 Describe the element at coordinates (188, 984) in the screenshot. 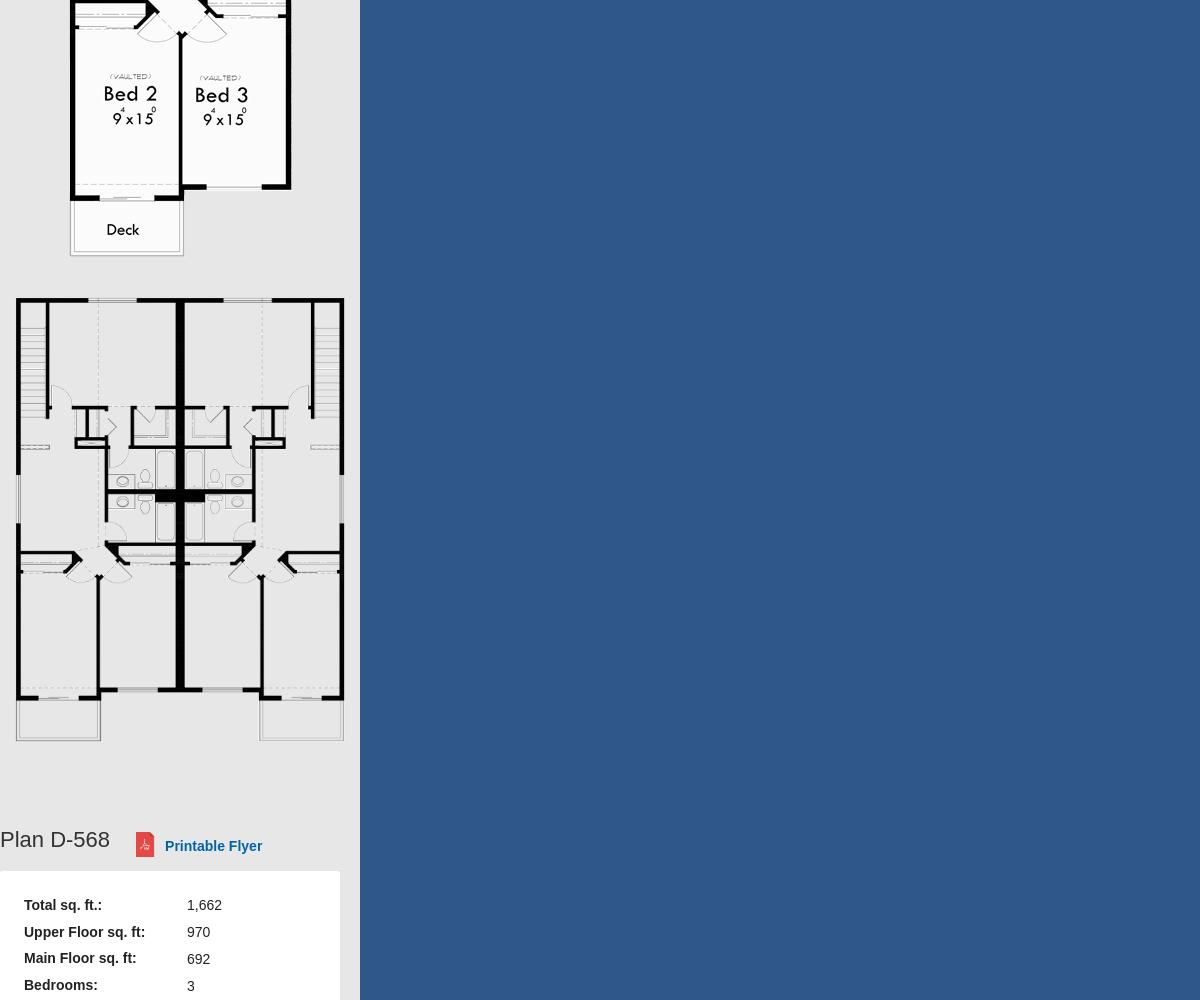

I see `'3'` at that location.